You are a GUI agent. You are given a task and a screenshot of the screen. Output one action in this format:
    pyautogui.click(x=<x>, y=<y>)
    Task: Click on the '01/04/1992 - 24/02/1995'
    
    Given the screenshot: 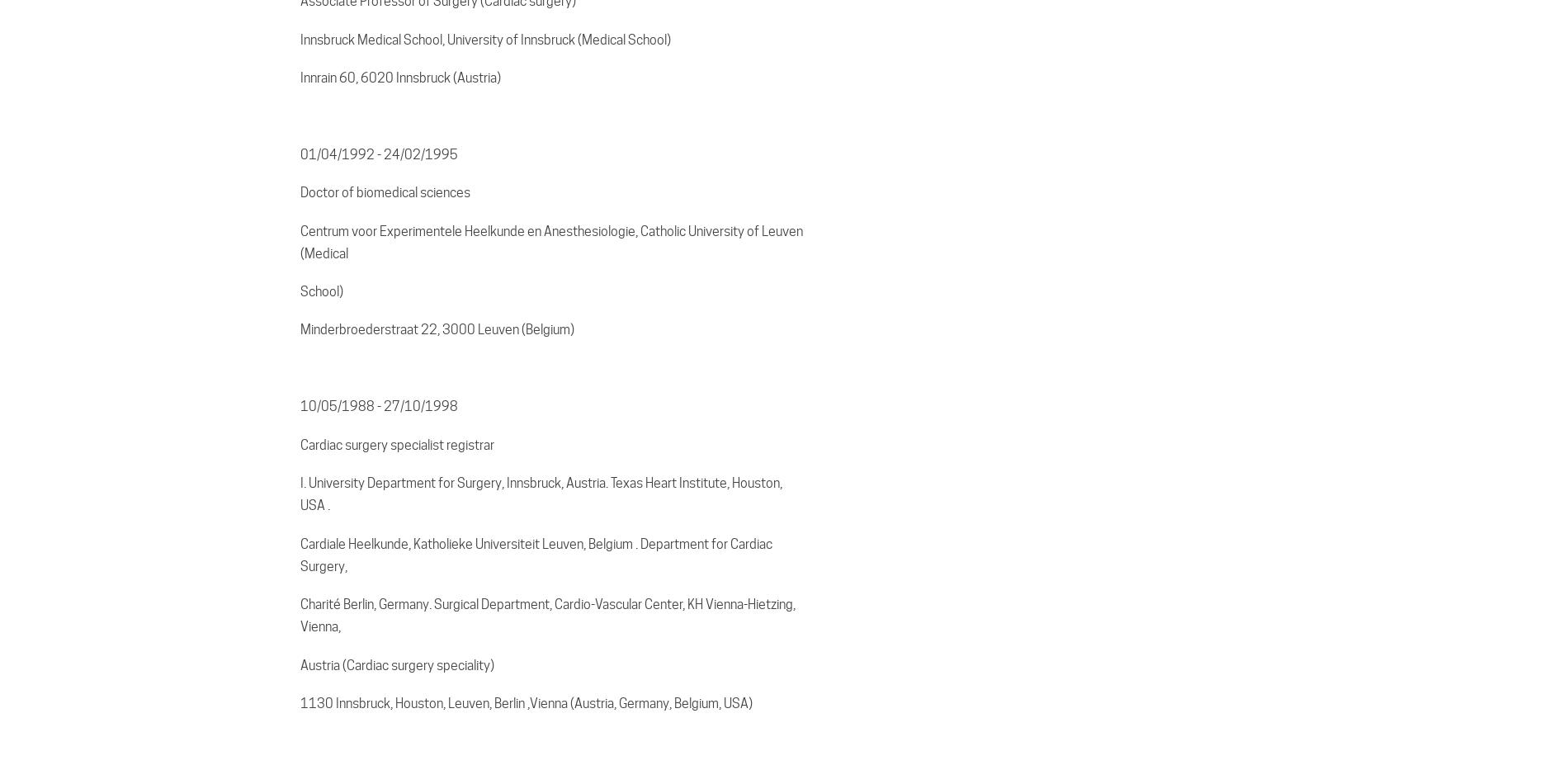 What is the action you would take?
    pyautogui.click(x=378, y=154)
    